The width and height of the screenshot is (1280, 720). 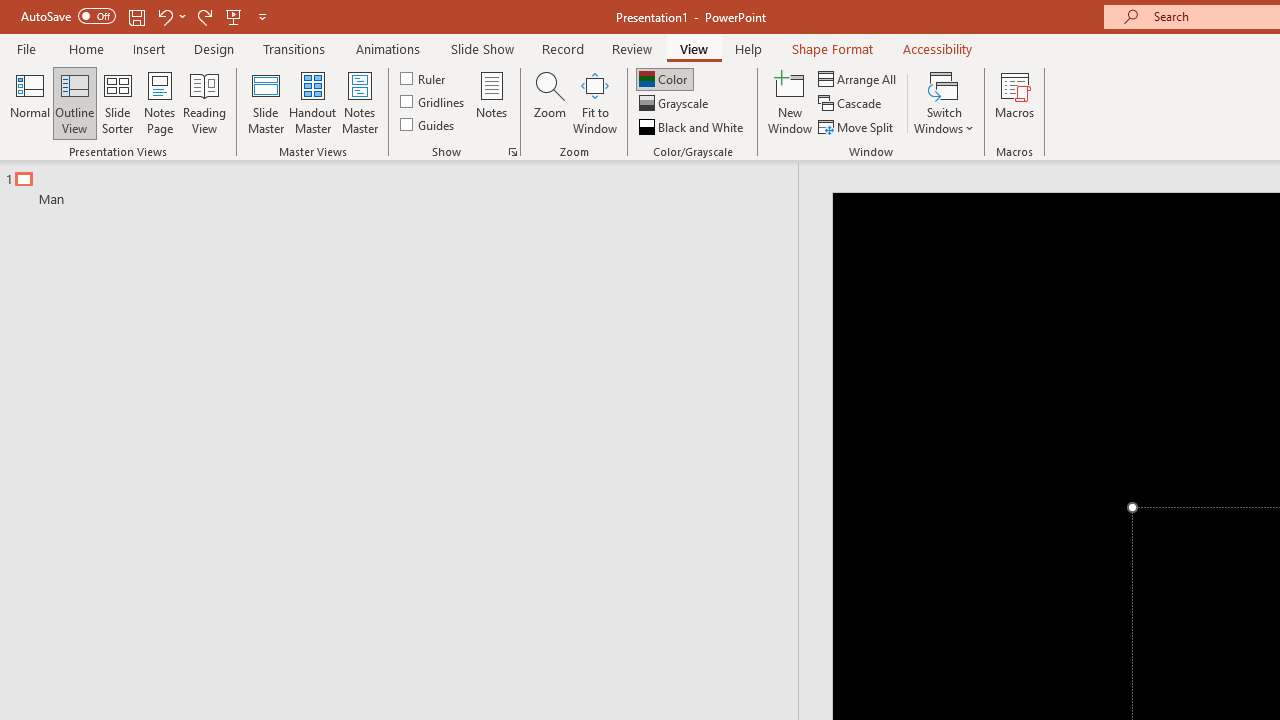 I want to click on 'Ruler', so click(x=423, y=77).